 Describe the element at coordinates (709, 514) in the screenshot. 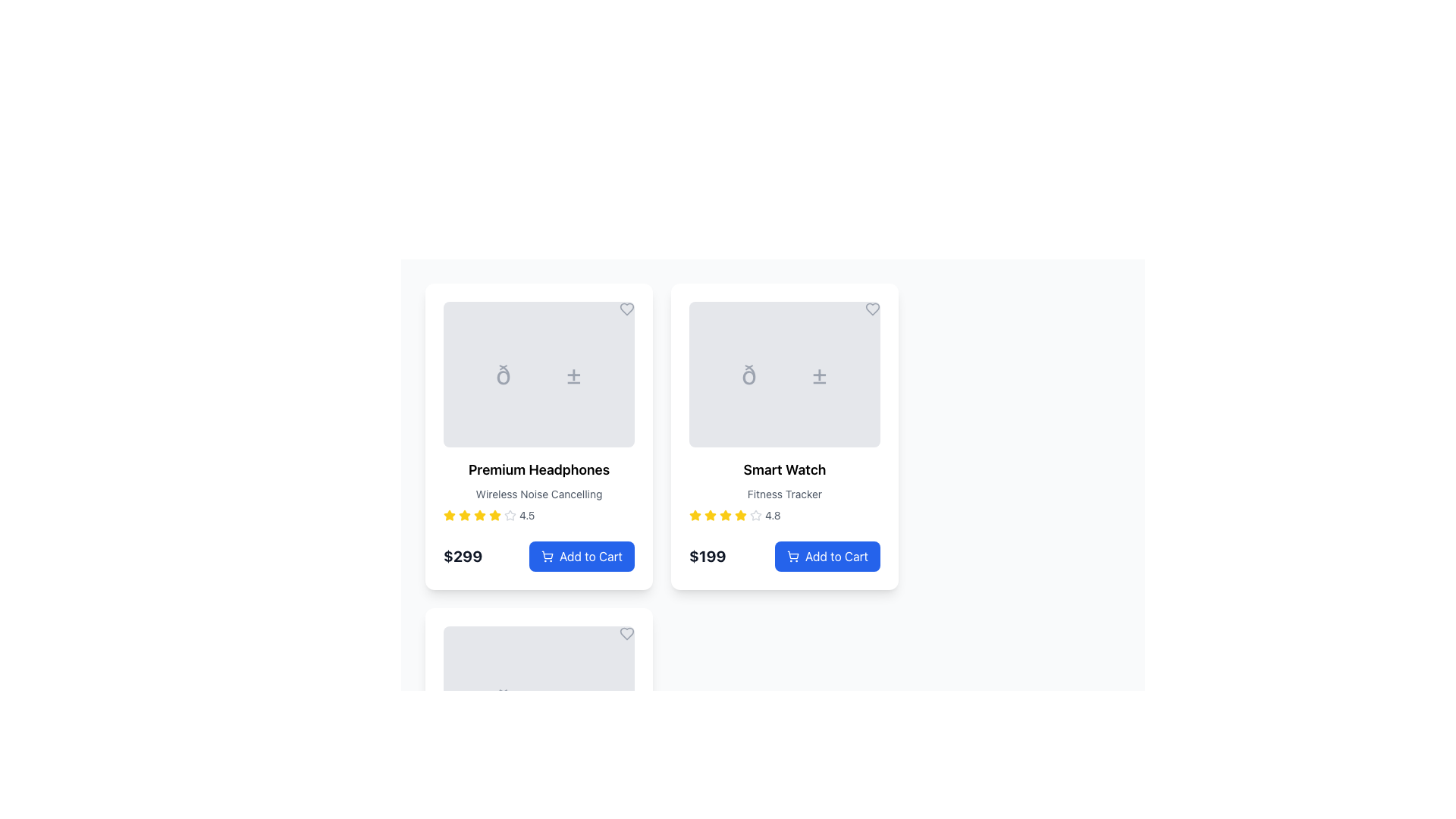

I see `the second rating star icon for the product 'Smart Watch', located under its product name` at that location.